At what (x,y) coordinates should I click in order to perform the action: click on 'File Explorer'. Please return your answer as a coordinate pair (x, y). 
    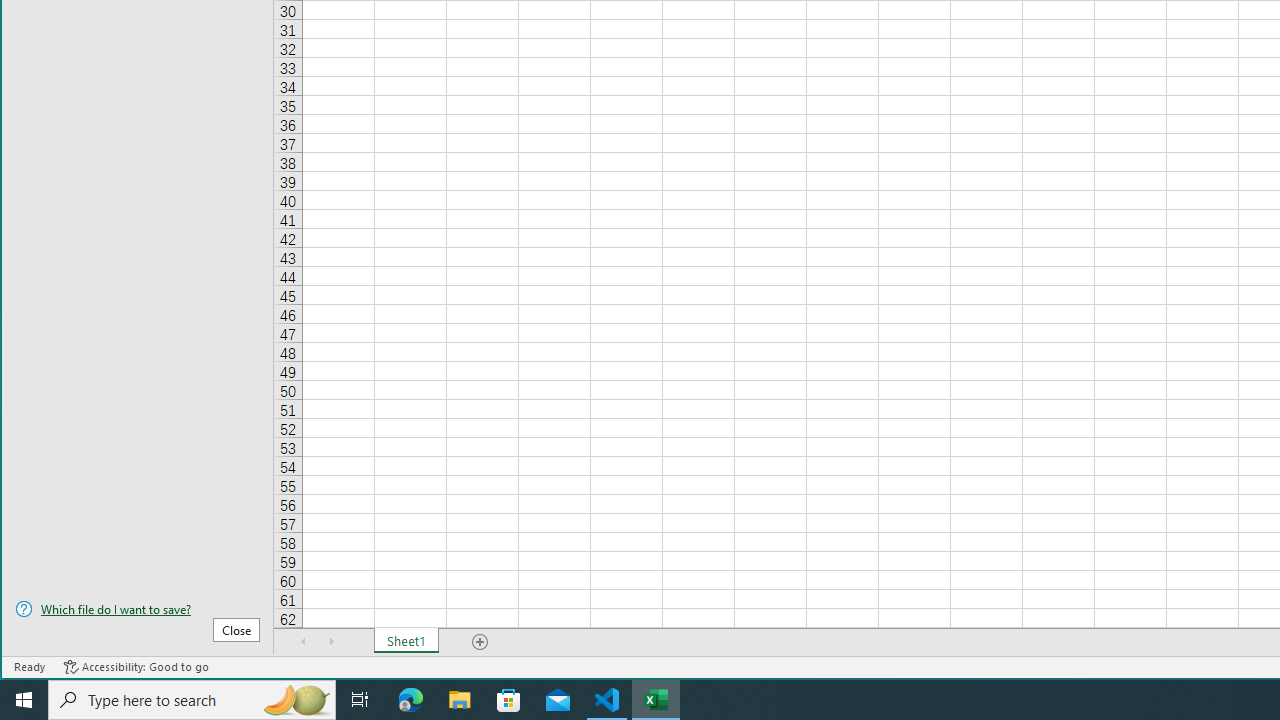
    Looking at the image, I should click on (459, 698).